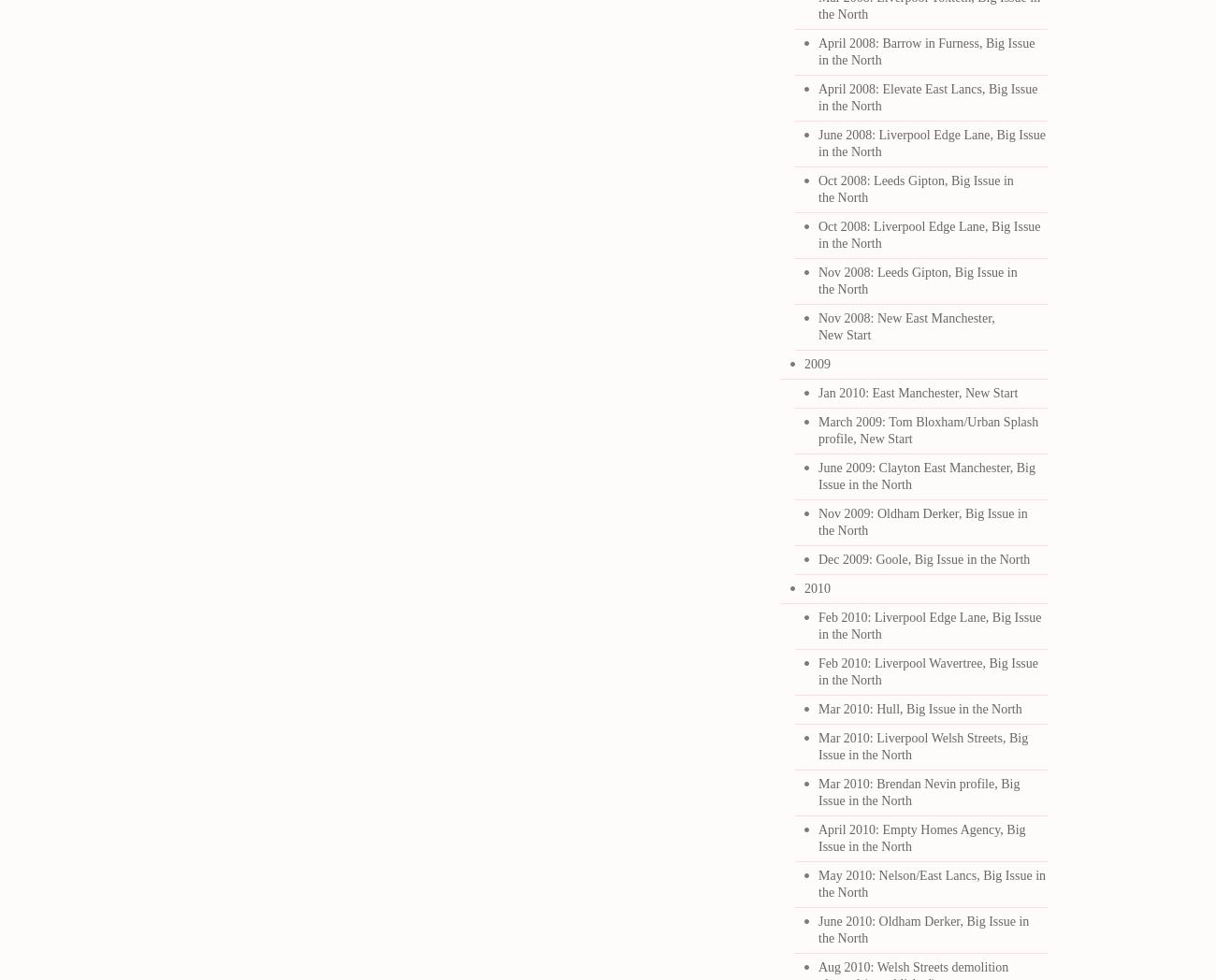  I want to click on 'Mar 2010: Liverpool Welsh Streets, Big Issue in the North', so click(818, 745).